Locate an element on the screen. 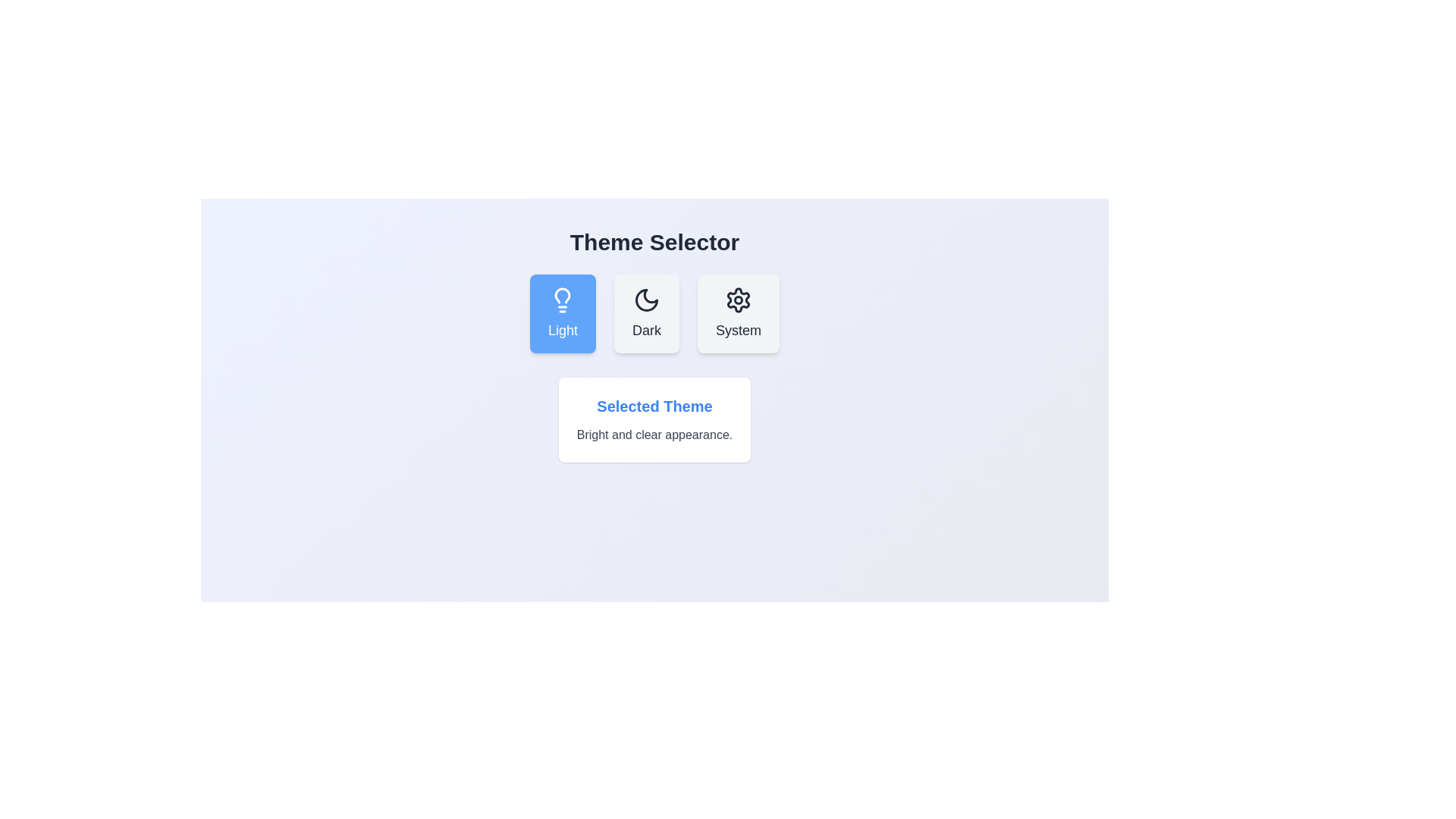 This screenshot has height=819, width=1456. the theme option Light to observe its hover effect is located at coordinates (562, 312).